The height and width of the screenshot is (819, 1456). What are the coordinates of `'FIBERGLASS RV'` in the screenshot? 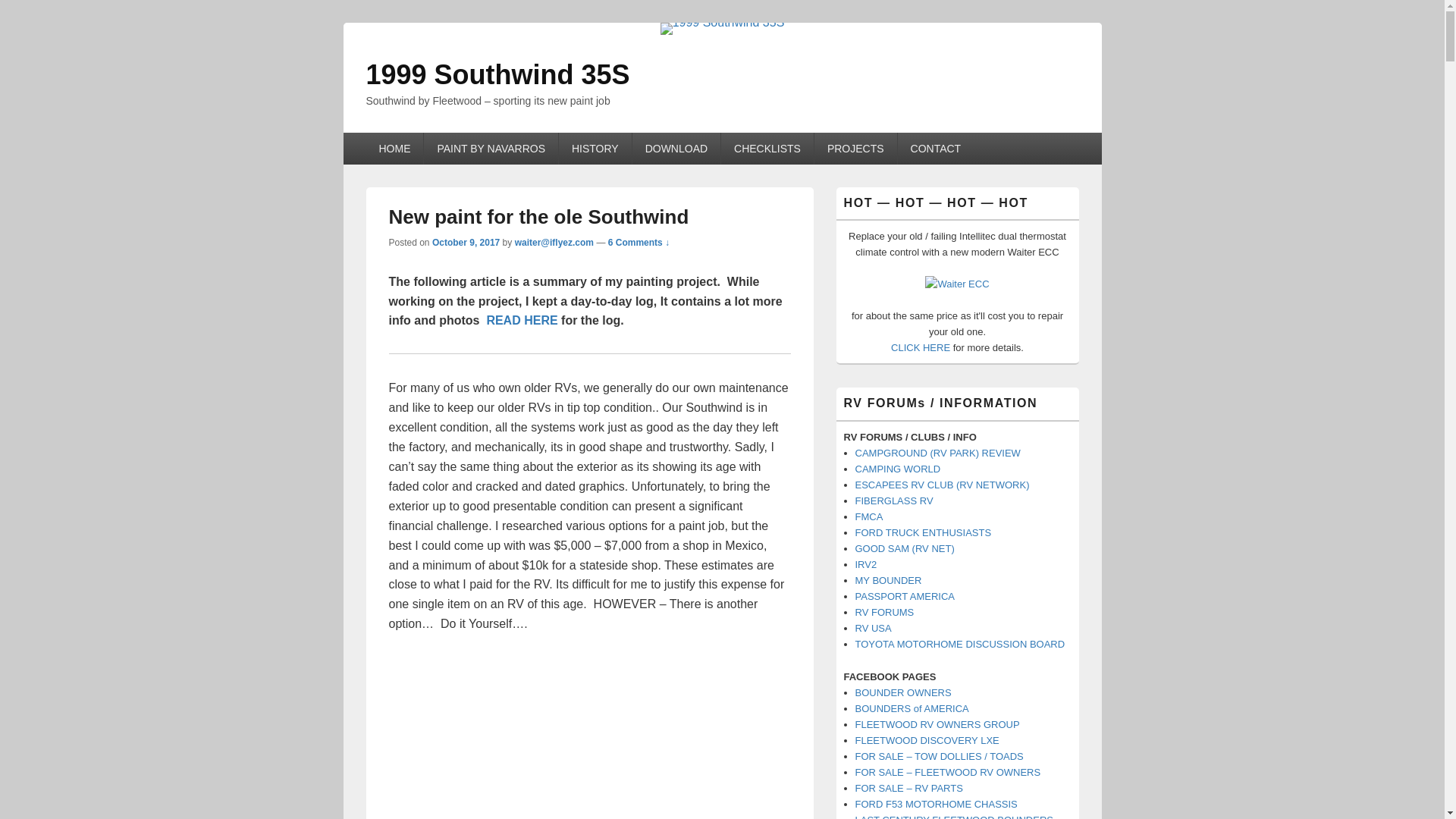 It's located at (894, 500).